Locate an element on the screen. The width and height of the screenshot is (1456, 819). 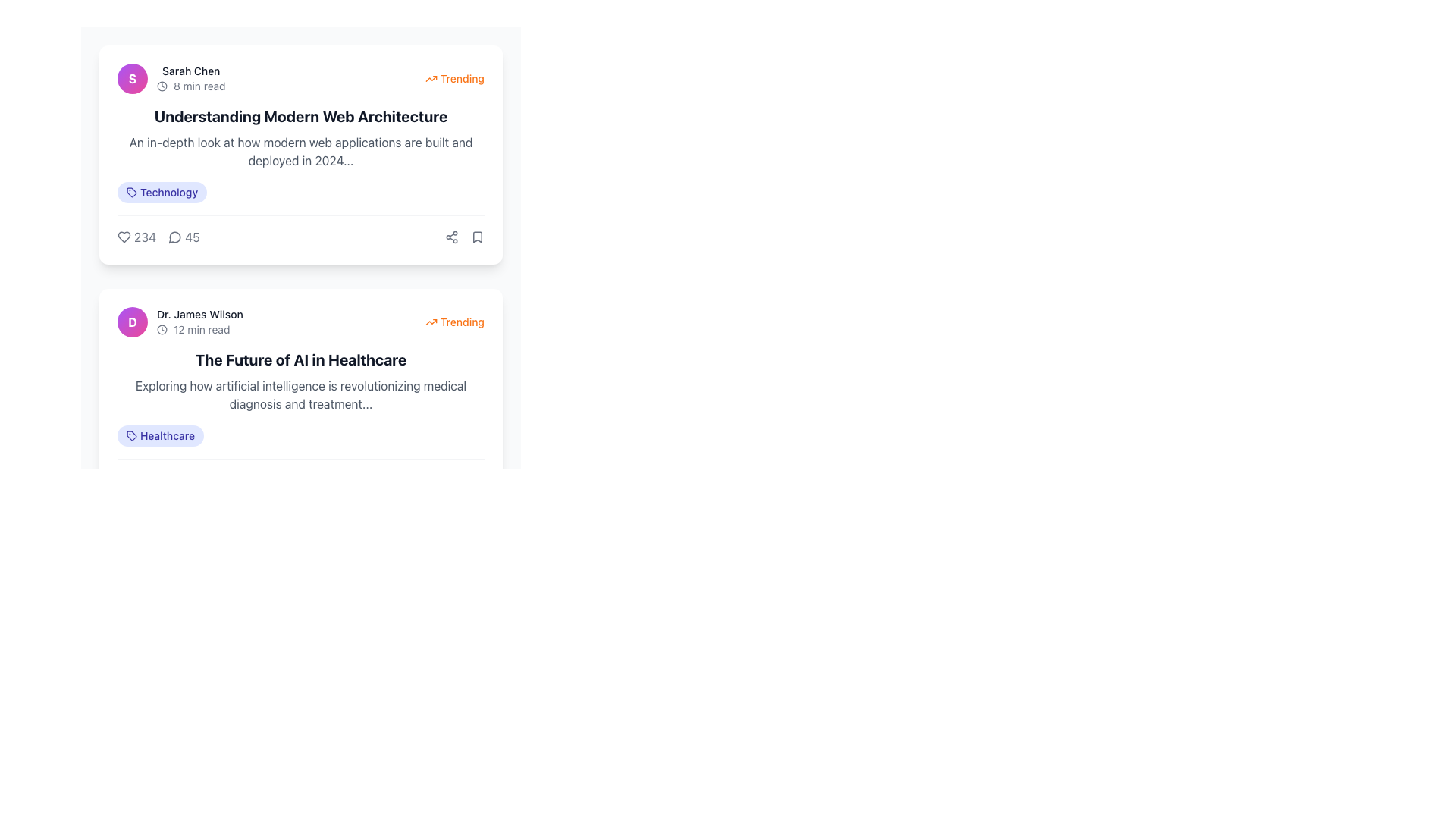
the interactive text with a speech bubble icon, which displays the number '45' is located at coordinates (183, 237).